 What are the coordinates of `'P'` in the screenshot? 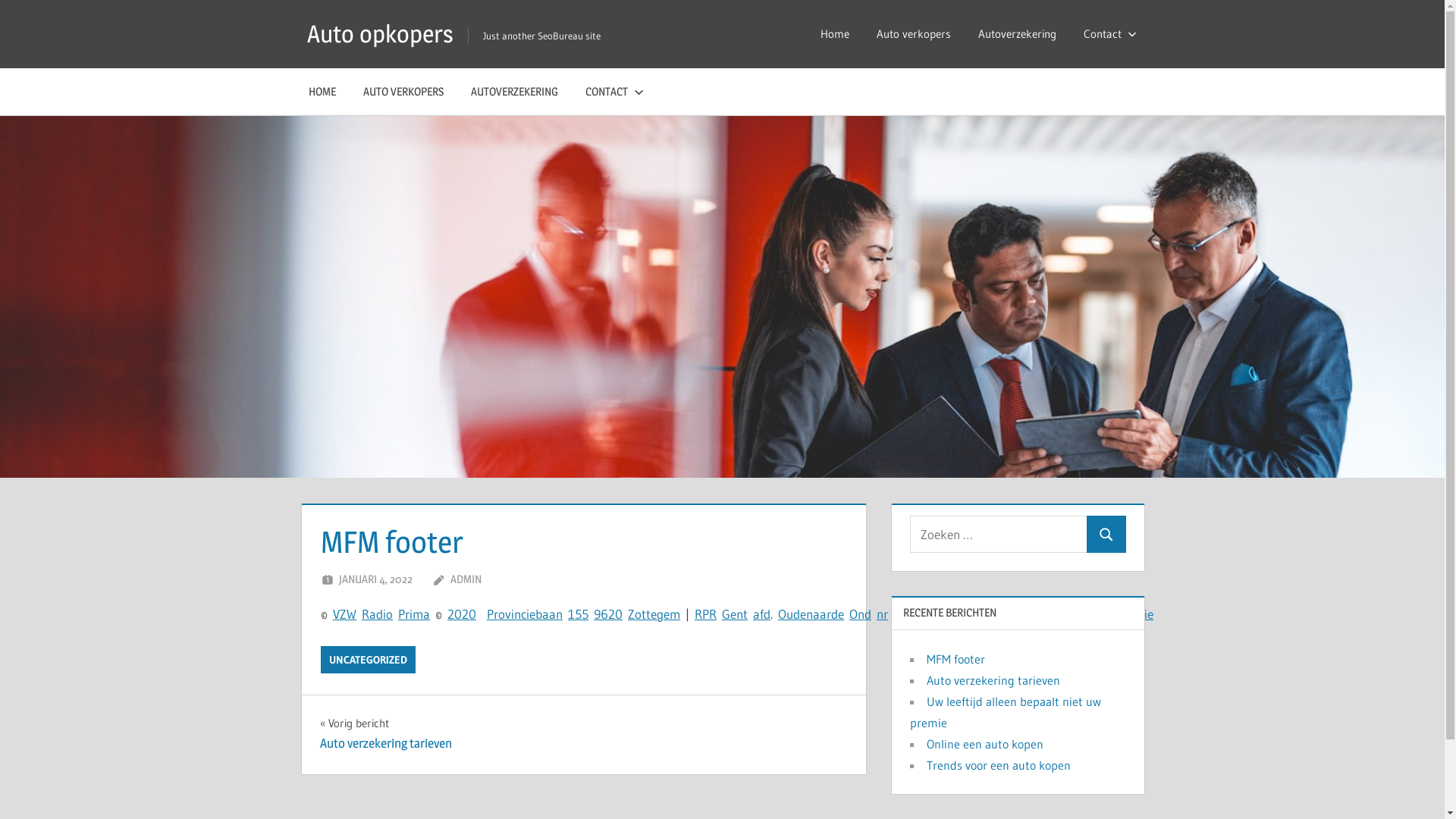 It's located at (487, 613).